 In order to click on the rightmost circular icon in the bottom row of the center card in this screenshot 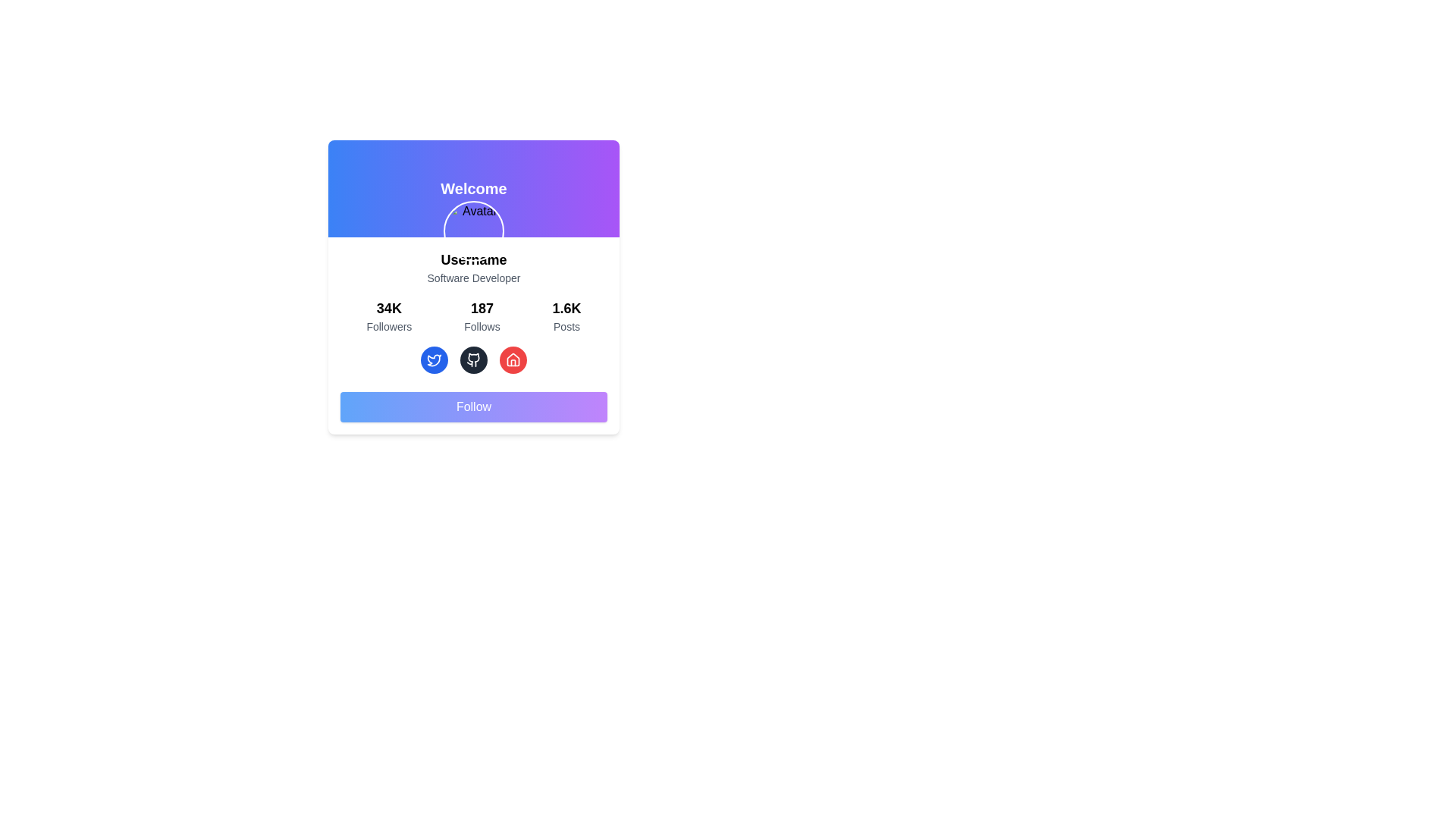, I will do `click(513, 359)`.